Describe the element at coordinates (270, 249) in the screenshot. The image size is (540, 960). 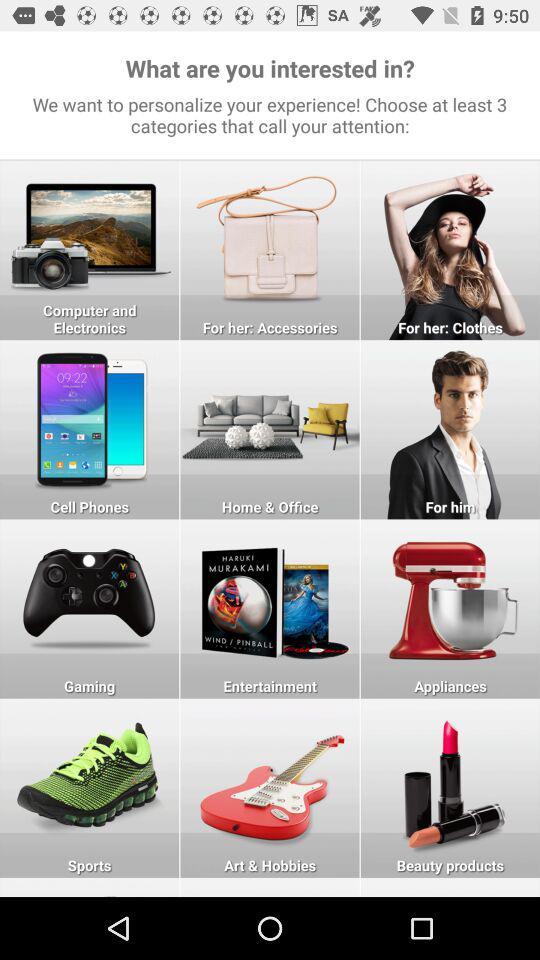
I see `the accessories` at that location.